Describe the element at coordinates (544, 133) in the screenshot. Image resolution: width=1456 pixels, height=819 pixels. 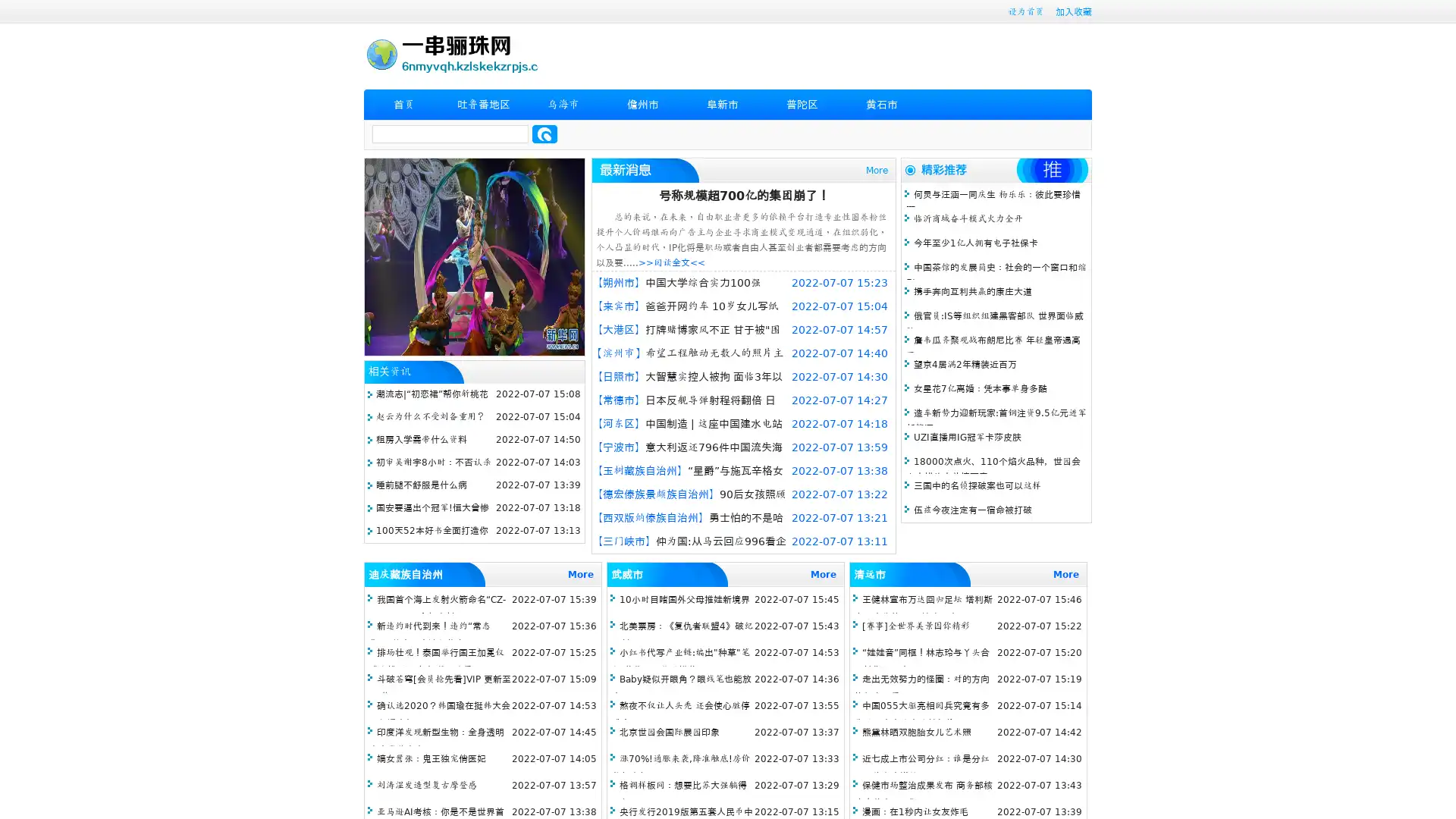
I see `Search` at that location.